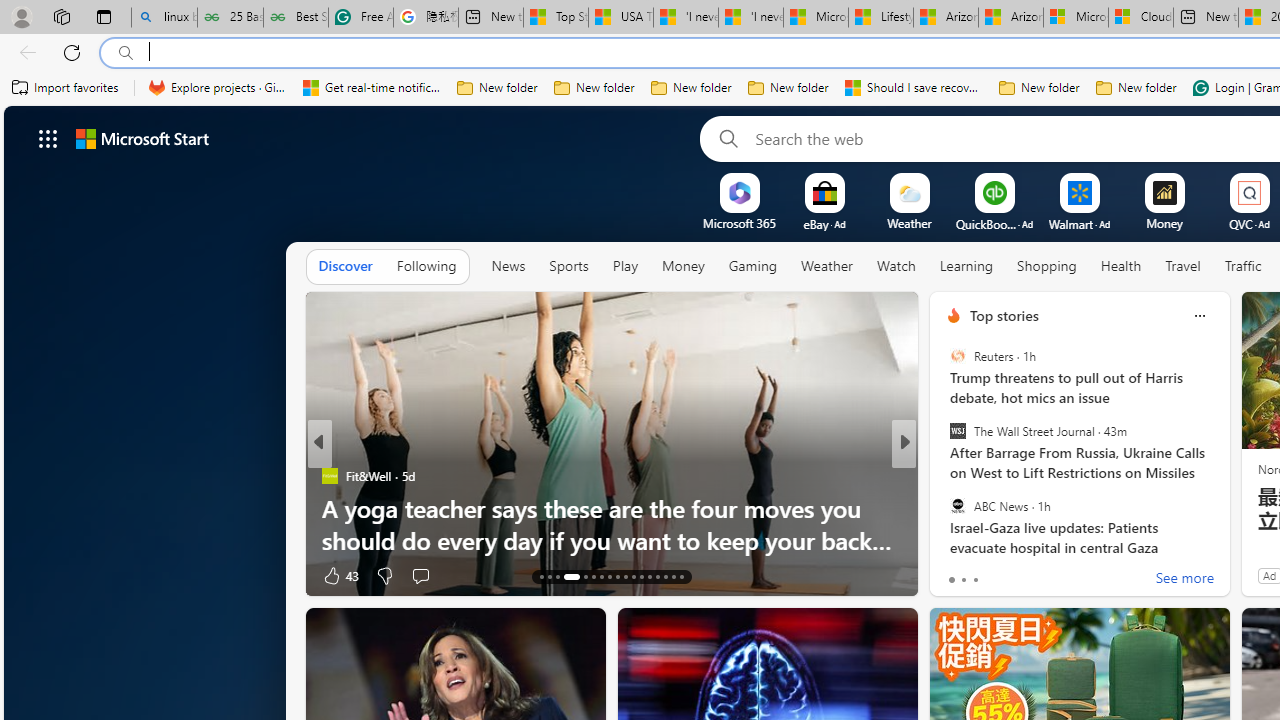 This screenshot has height=720, width=1280. I want to click on 'linux basic - Search', so click(164, 17).